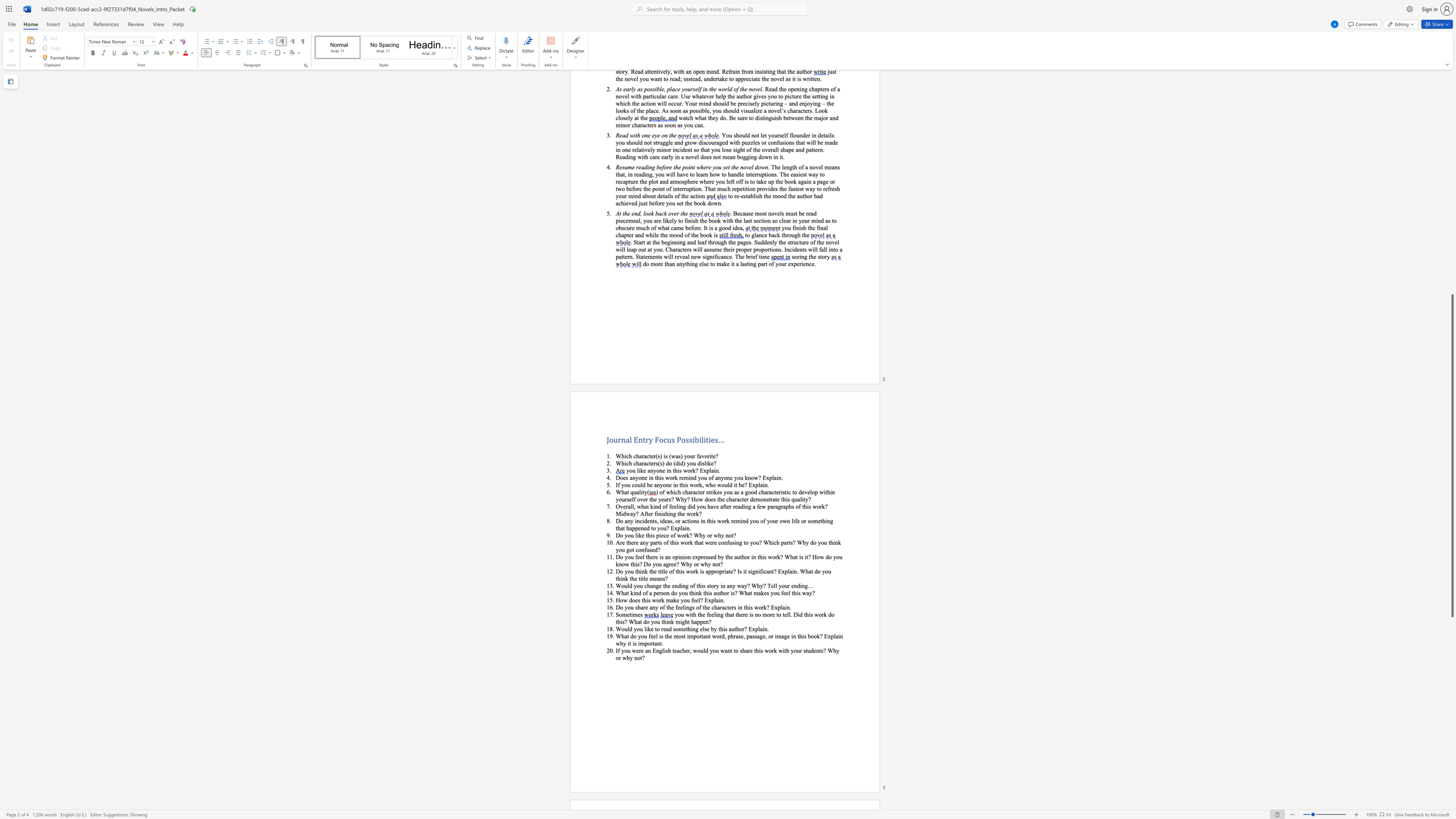 The width and height of the screenshot is (1456, 819). I want to click on the 1th character "m" in the text, so click(757, 499).